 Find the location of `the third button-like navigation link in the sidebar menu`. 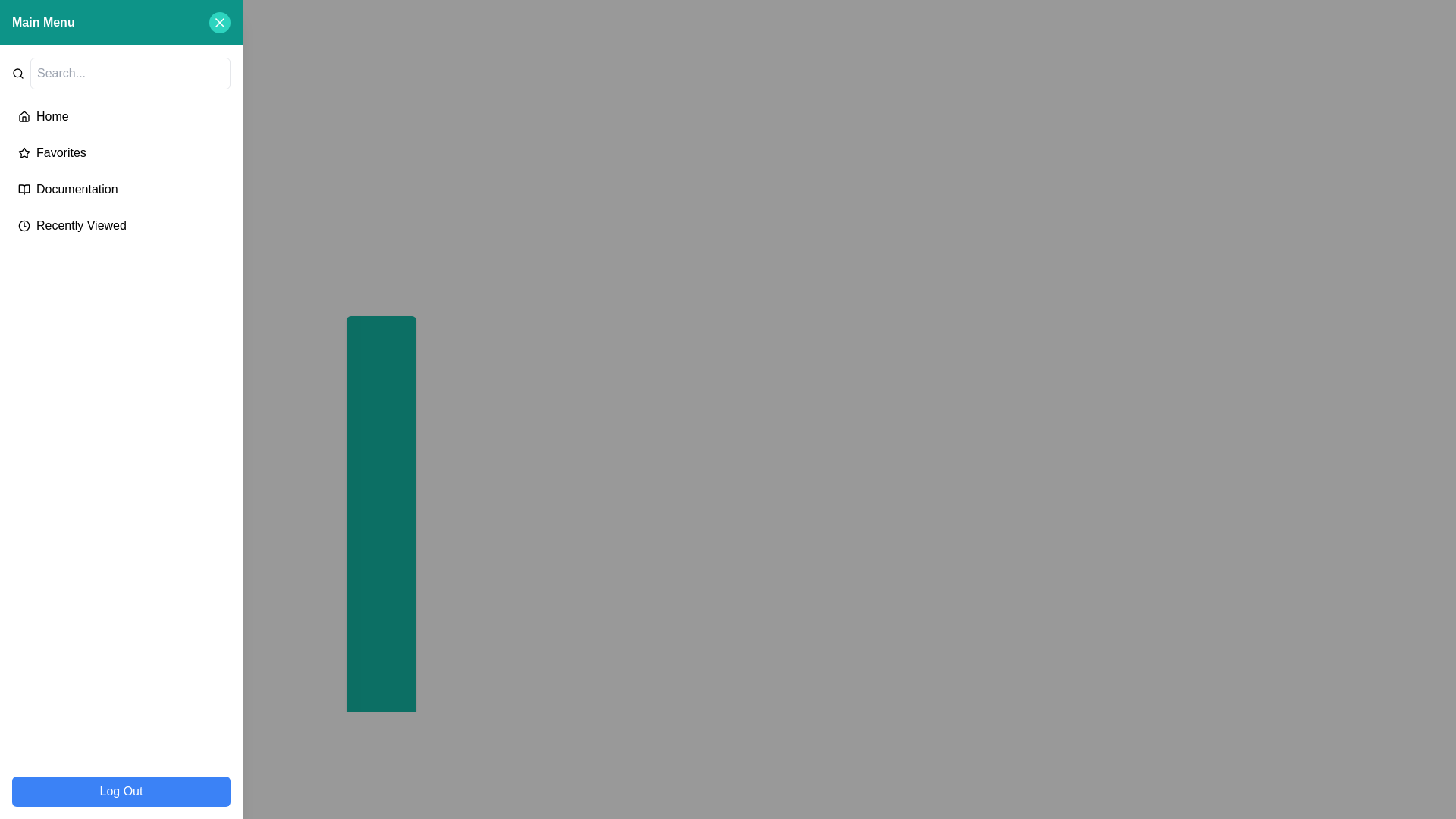

the third button-like navigation link in the sidebar menu is located at coordinates (120, 189).